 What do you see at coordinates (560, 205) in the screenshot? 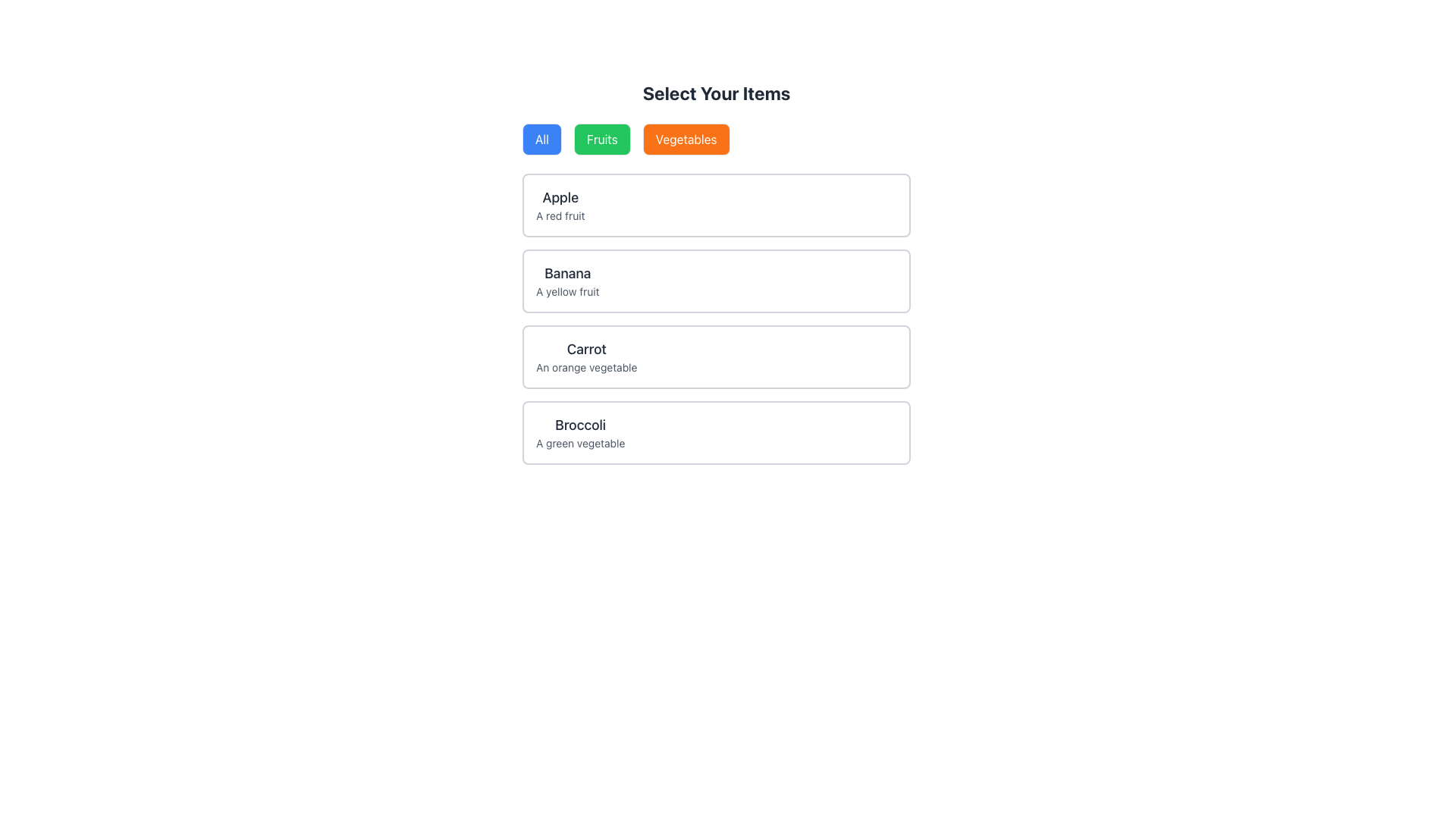
I see `the informational text block describing 'Apple' as 'A red fruit', which is the first item in a vertically stacked list and is located near the top, centered horizontally within the page` at bounding box center [560, 205].